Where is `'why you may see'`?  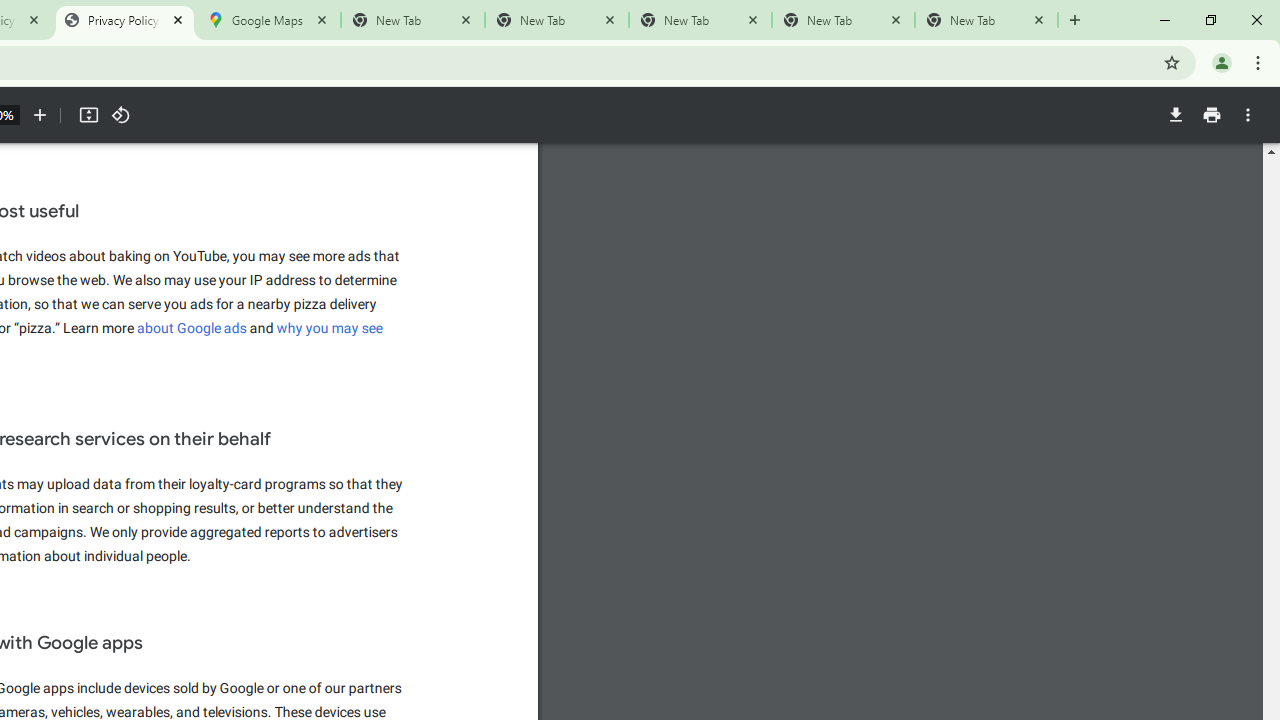 'why you may see' is located at coordinates (330, 327).